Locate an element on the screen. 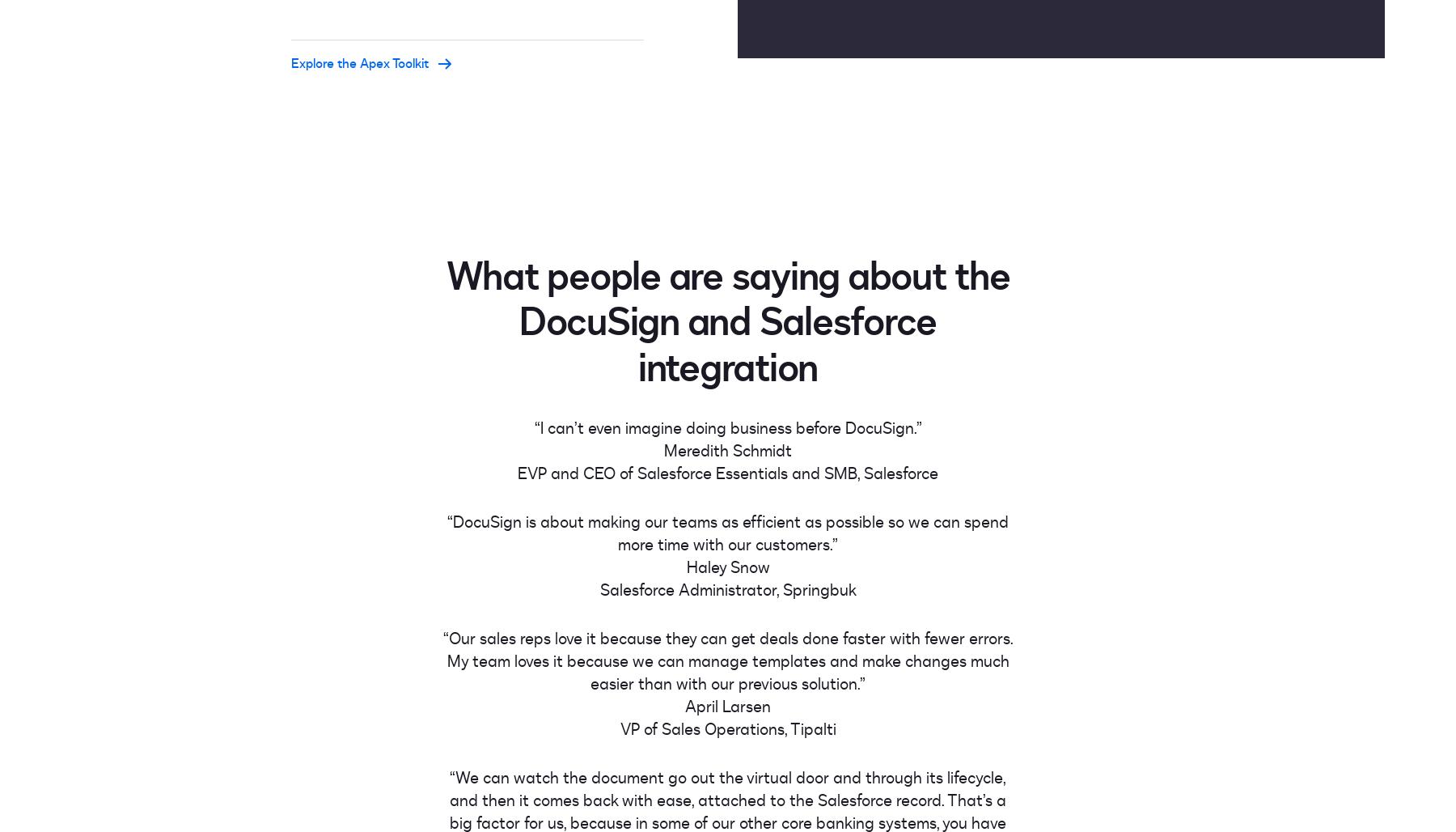 The height and width of the screenshot is (832, 1456). 'VP of Sales Operations, Tipalti' is located at coordinates (727, 728).